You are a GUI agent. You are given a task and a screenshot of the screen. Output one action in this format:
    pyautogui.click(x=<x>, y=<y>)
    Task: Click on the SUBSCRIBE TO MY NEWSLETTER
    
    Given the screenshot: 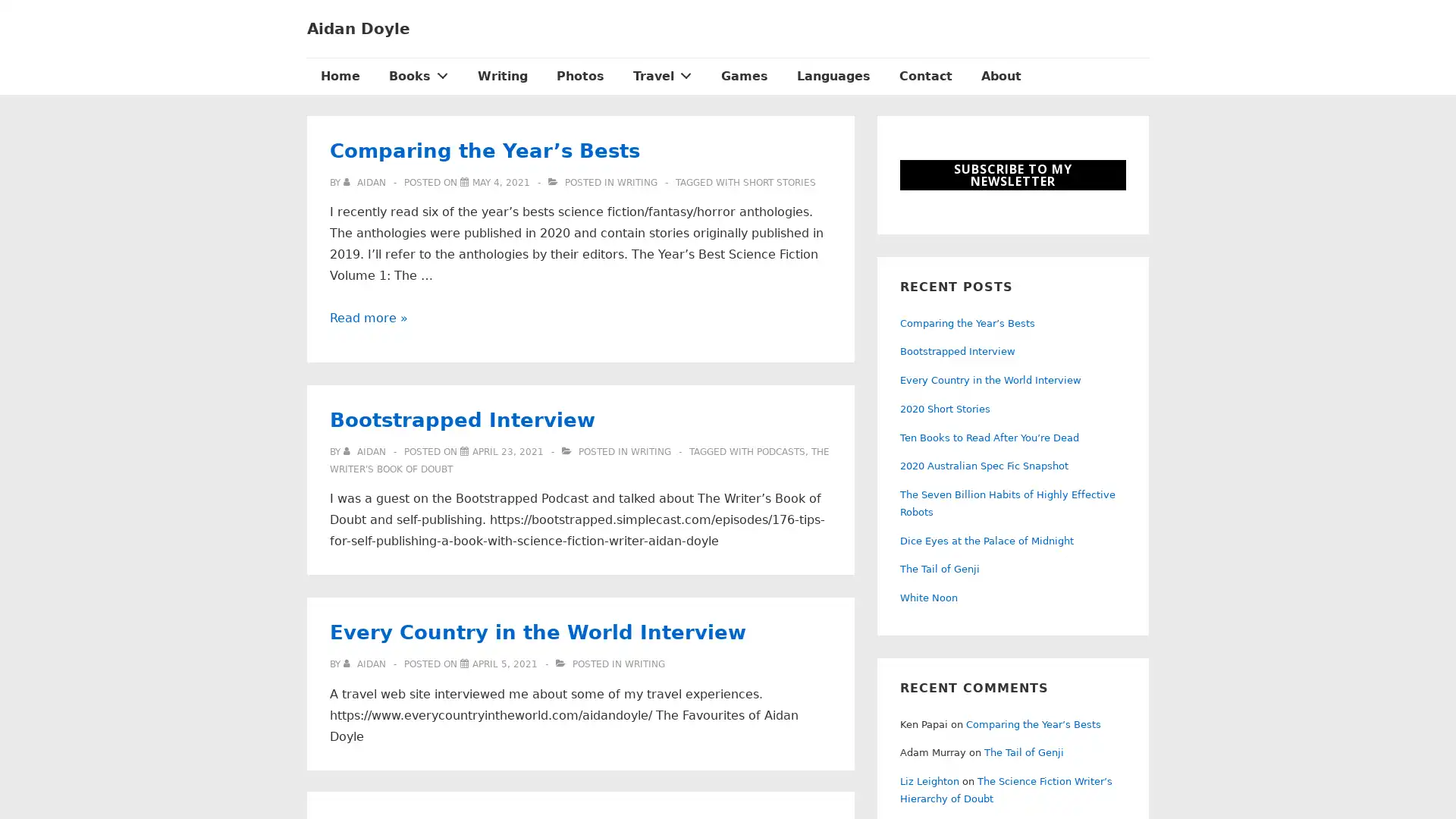 What is the action you would take?
    pyautogui.click(x=1012, y=174)
    